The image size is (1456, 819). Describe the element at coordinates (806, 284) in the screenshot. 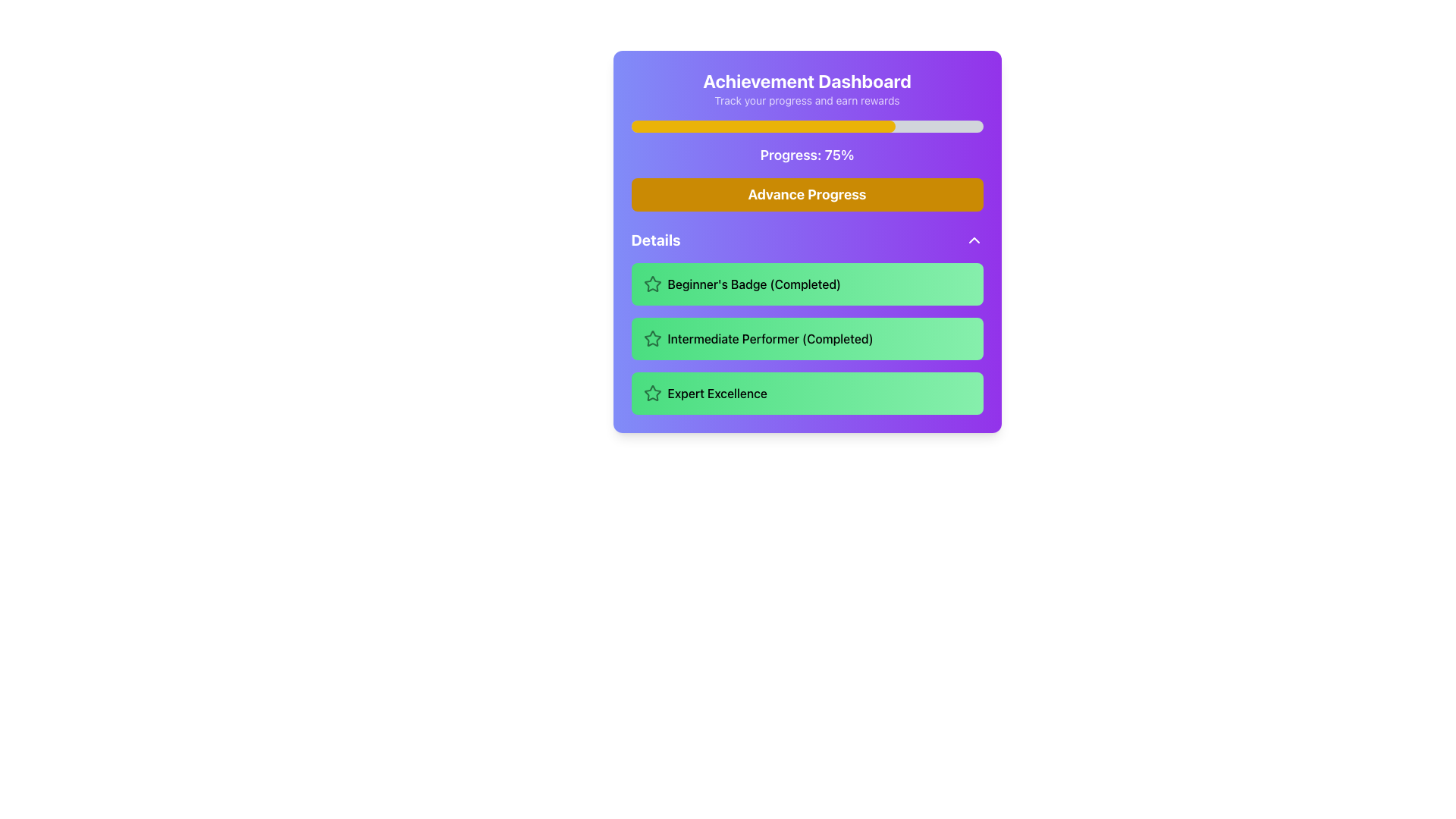

I see `the 'Beginner's Badge' static badge component, which is the first item in the vertically stacked list of badges under the 'Details' section` at that location.